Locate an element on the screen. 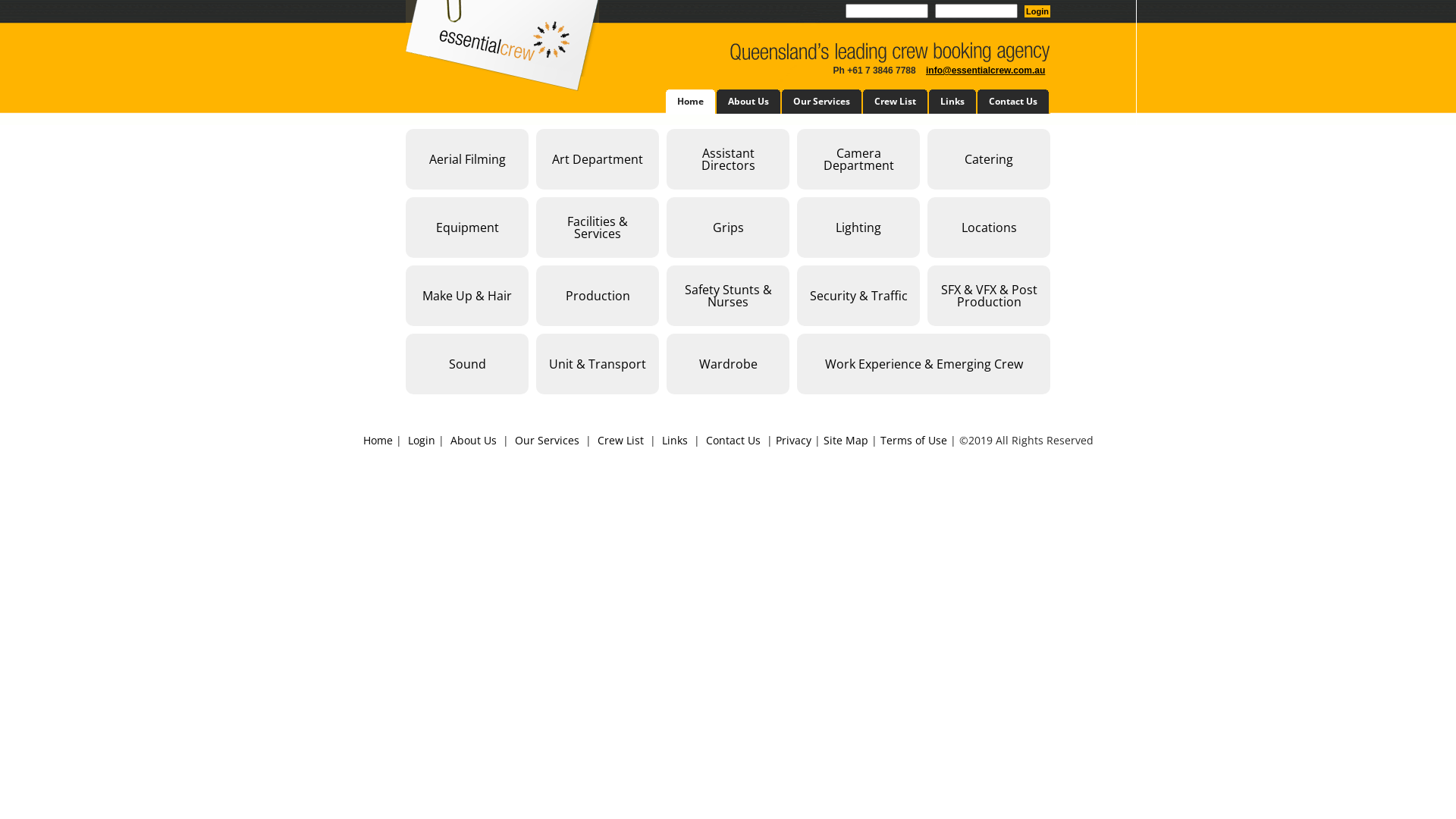 The height and width of the screenshot is (819, 1456). 'Grips' is located at coordinates (728, 227).